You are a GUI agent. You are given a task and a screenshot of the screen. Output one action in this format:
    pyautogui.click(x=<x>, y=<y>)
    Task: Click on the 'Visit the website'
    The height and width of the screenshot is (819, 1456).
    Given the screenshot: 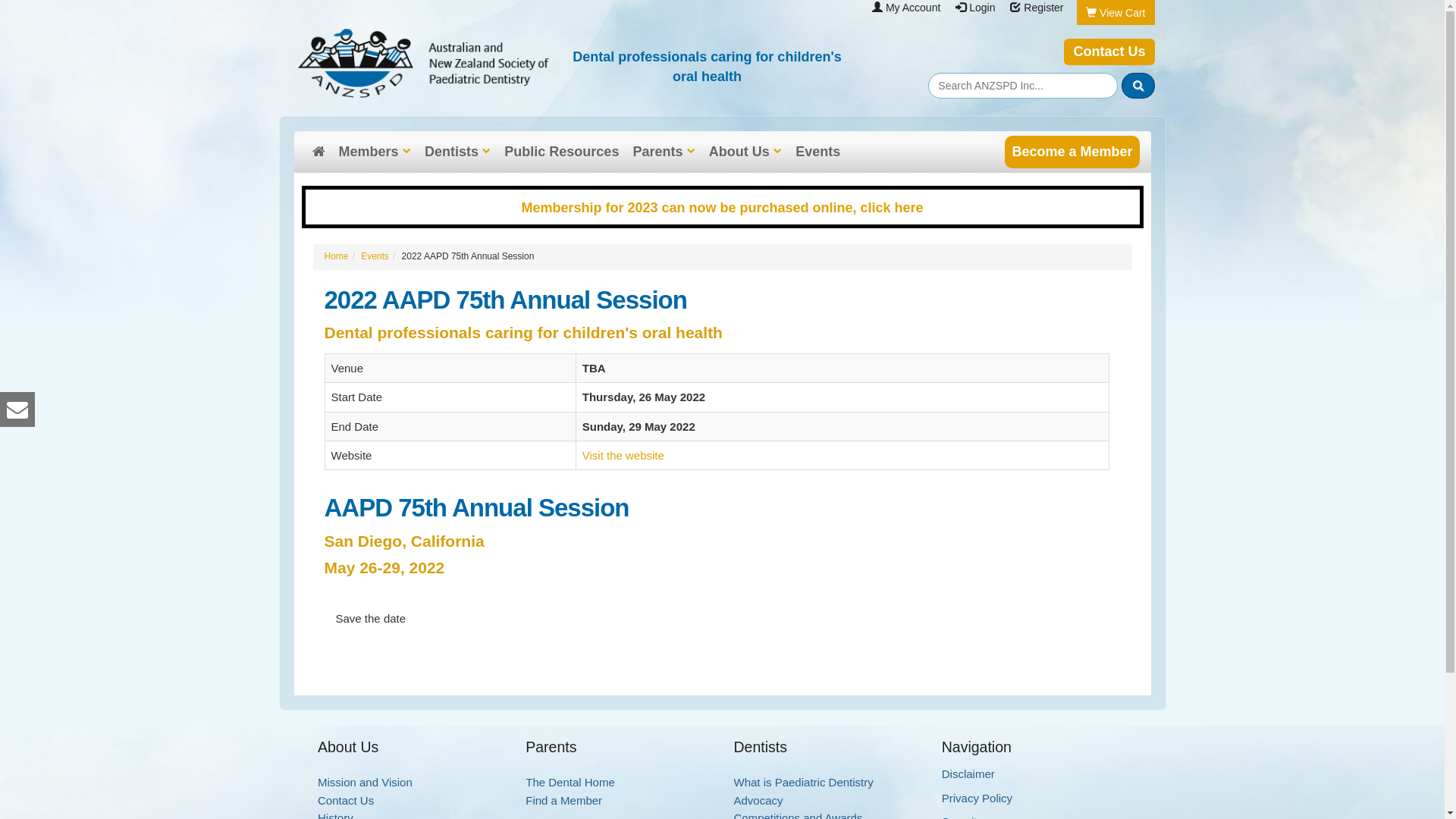 What is the action you would take?
    pyautogui.click(x=623, y=454)
    